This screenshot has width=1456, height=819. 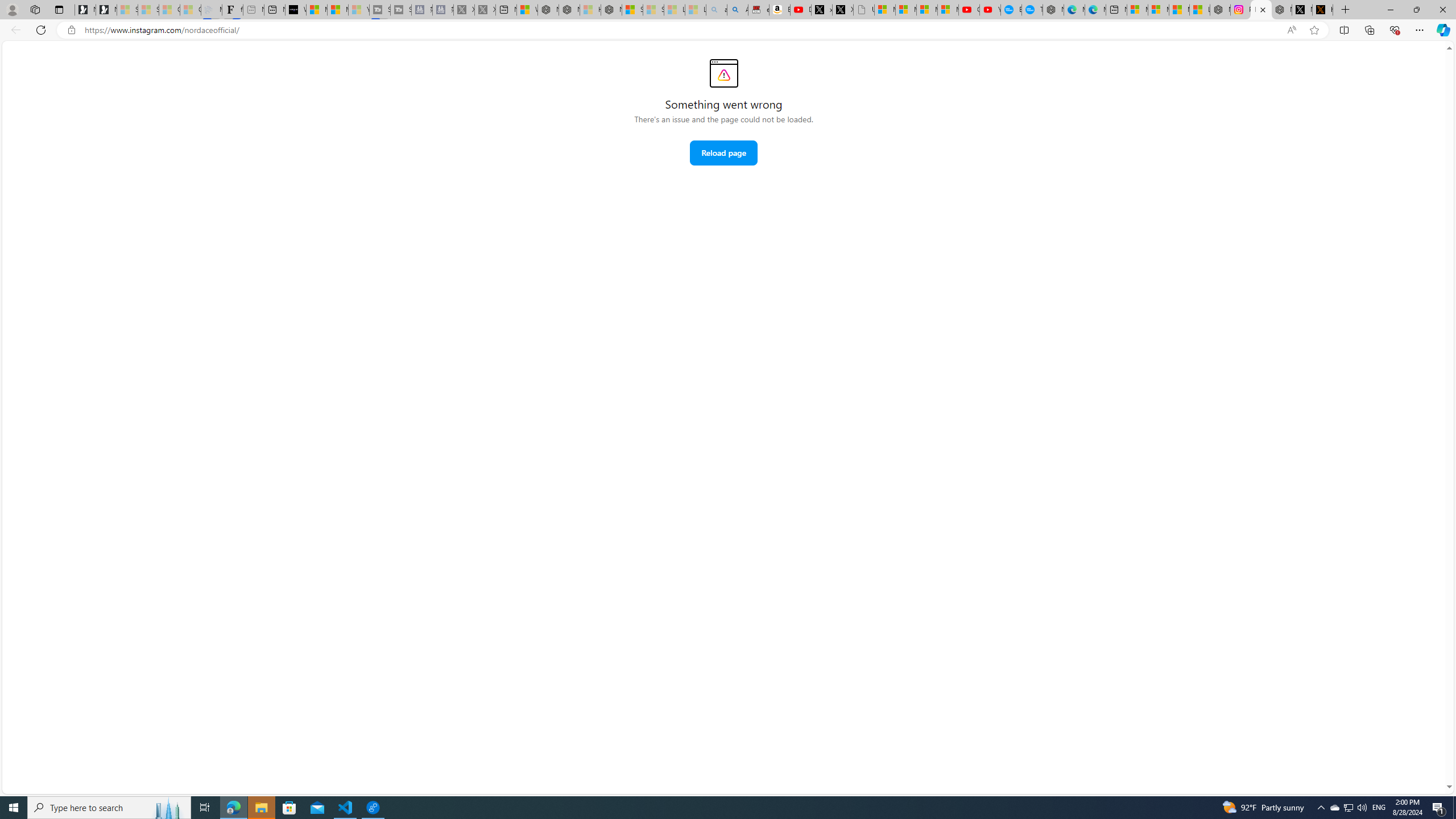 What do you see at coordinates (723, 152) in the screenshot?
I see `'Reload page'` at bounding box center [723, 152].